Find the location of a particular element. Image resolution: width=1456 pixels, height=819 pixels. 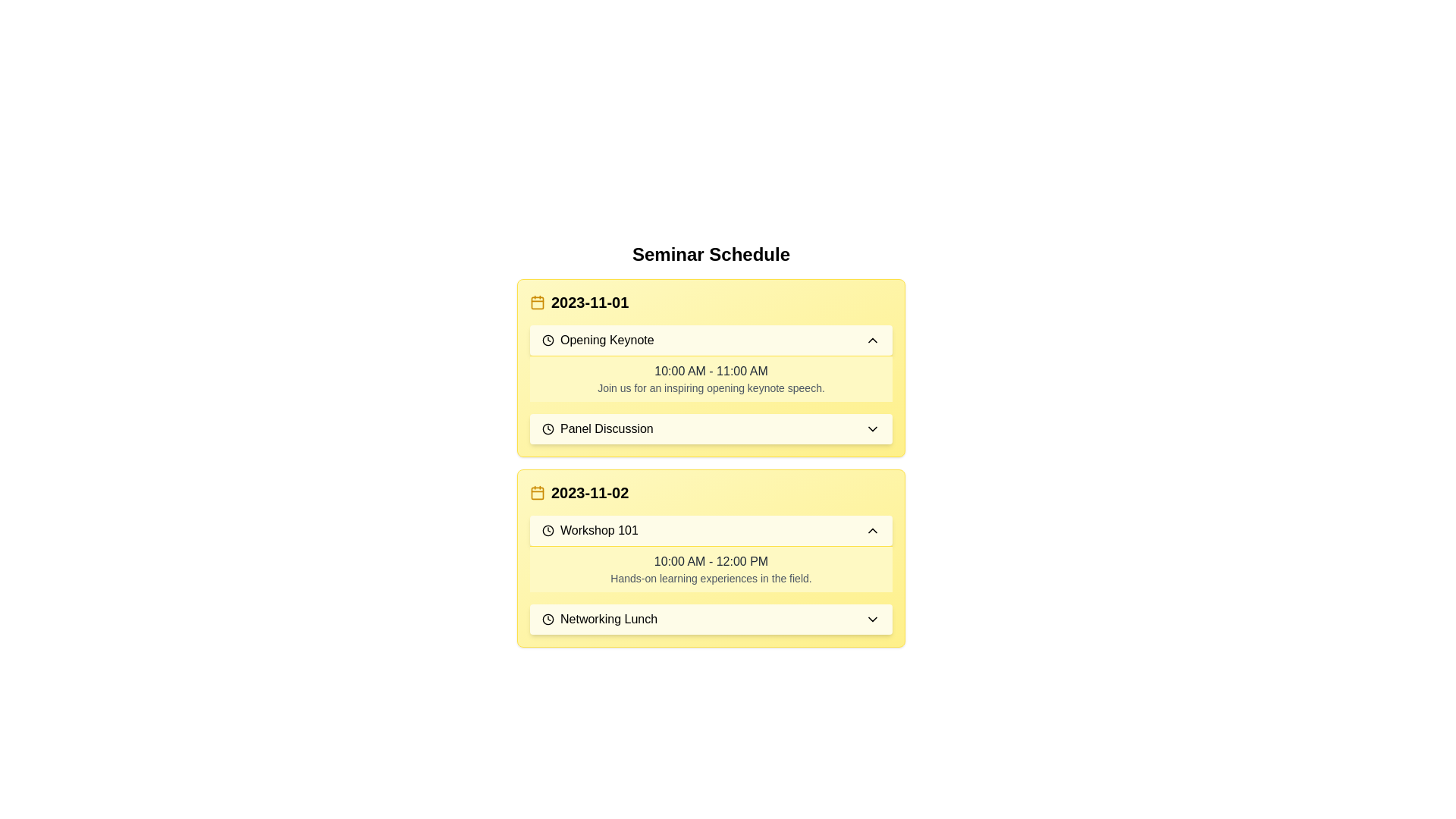

the yellow-colored calendar icon, which features a minimalistic design with rounded corners and a grid-like interior pattern is located at coordinates (538, 493).